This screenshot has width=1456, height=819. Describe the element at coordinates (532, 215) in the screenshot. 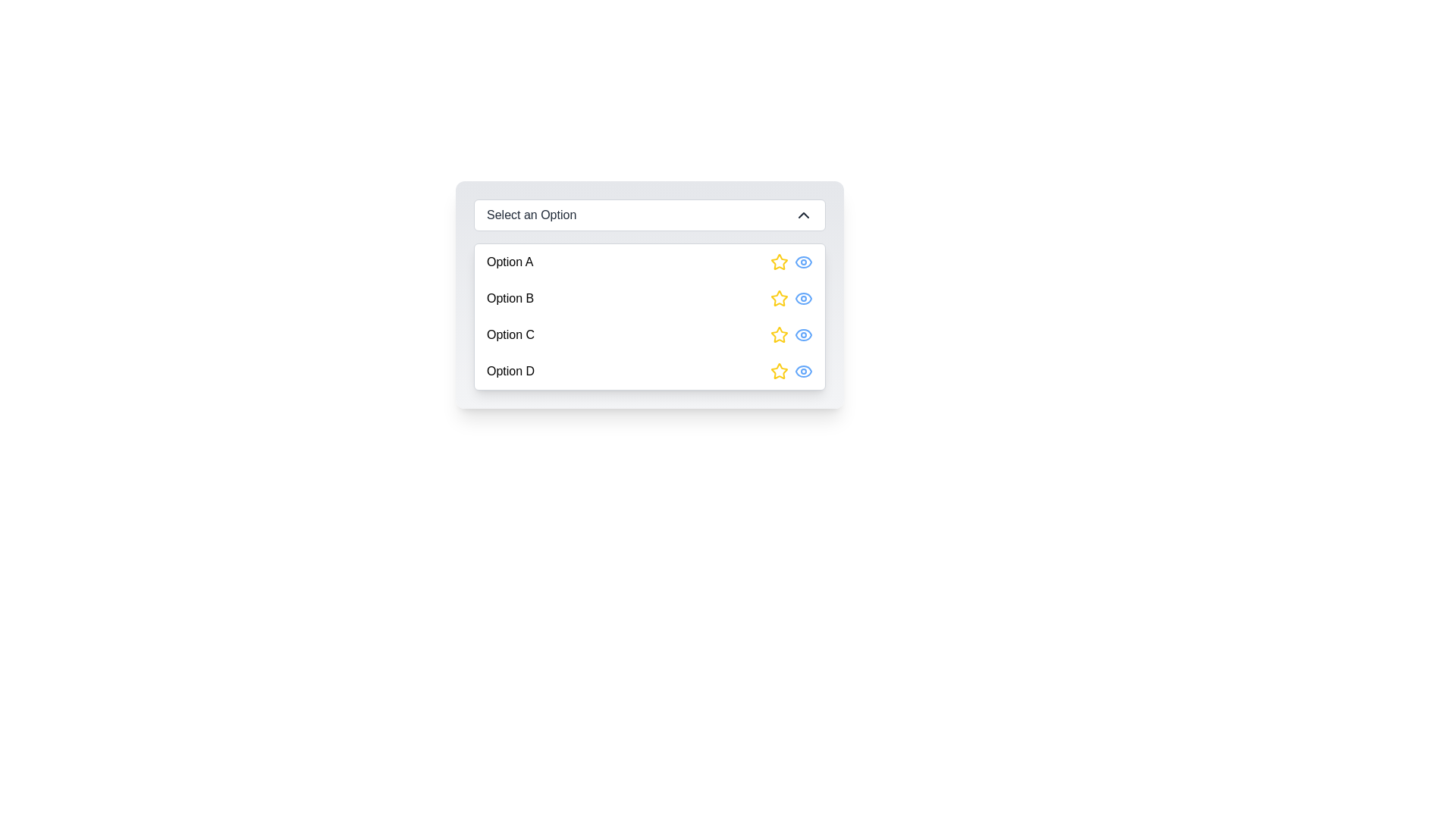

I see `the static label 'Select an Option' in the dropdown control, which is styled with white text and is part of a larger interface component aligned at the top` at that location.